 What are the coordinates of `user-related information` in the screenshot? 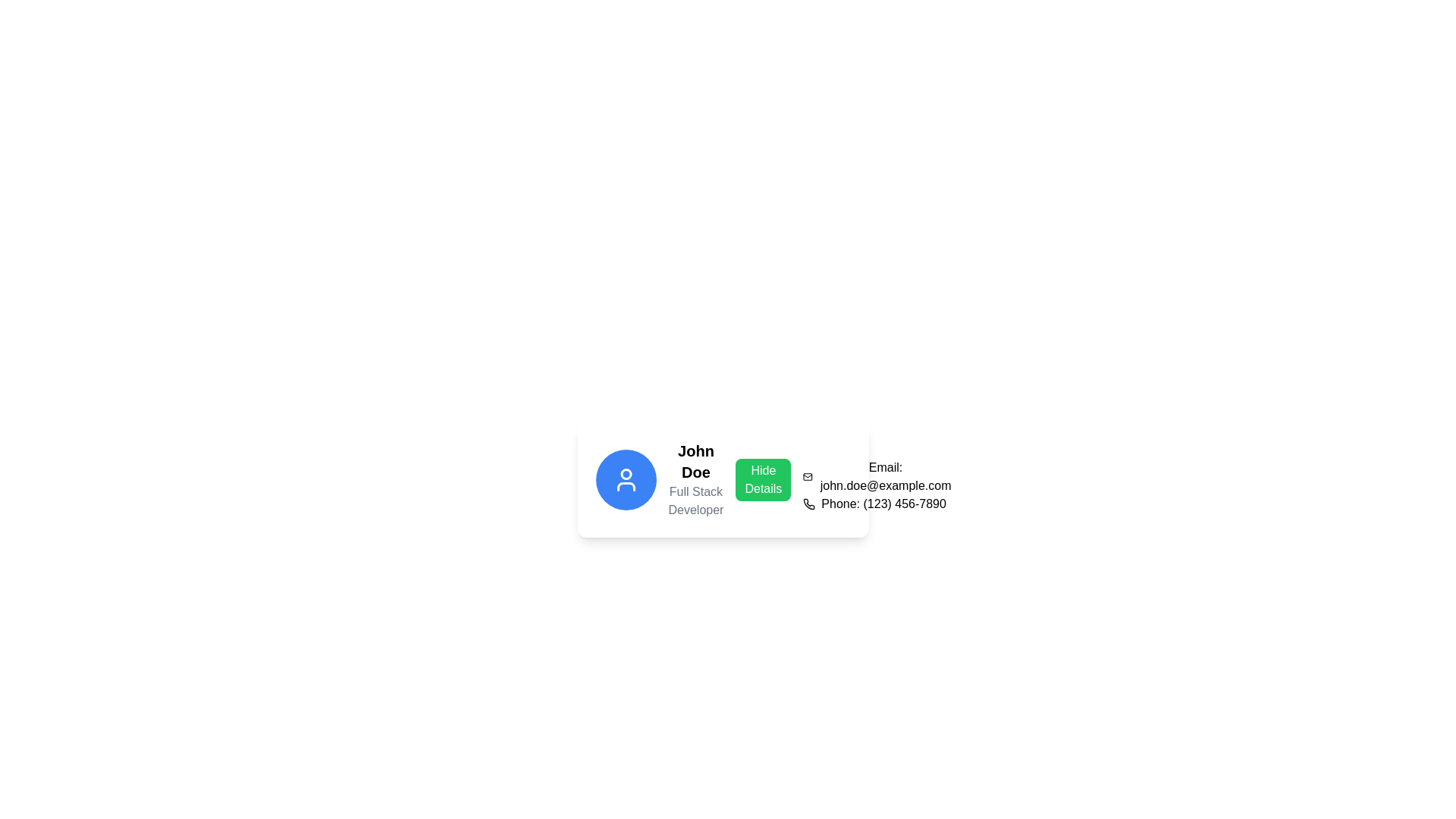 It's located at (626, 479).